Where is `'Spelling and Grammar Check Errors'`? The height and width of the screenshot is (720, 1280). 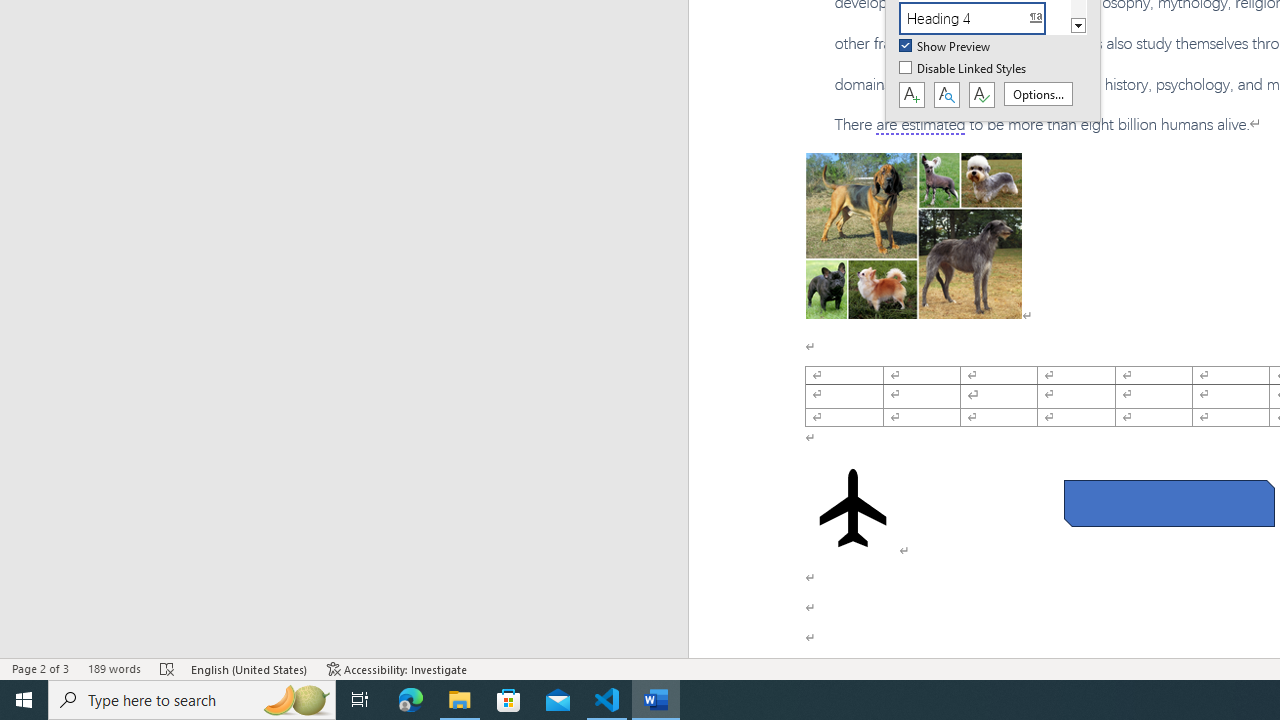
'Spelling and Grammar Check Errors' is located at coordinates (168, 669).